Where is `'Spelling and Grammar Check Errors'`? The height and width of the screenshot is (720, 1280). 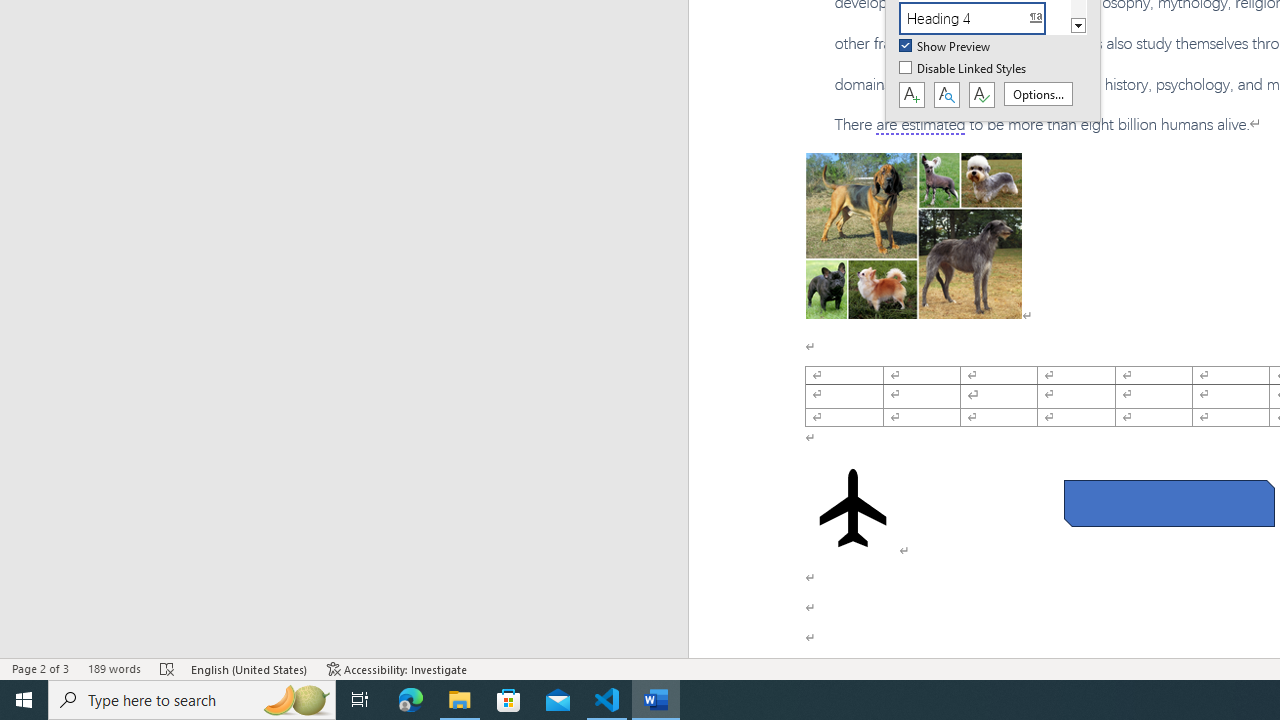
'Spelling and Grammar Check Errors' is located at coordinates (168, 669).